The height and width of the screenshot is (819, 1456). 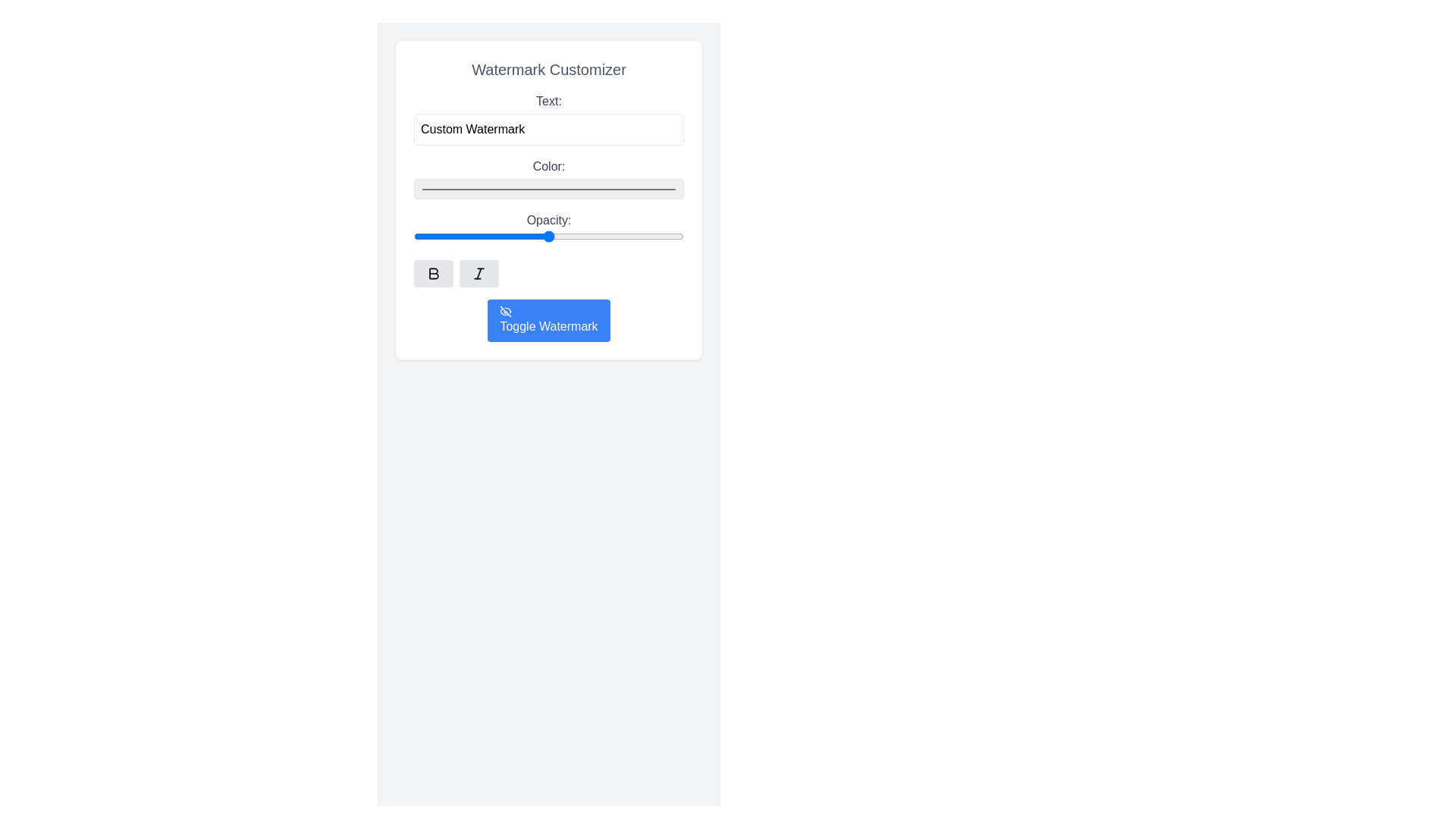 I want to click on and drop into the horizontal rectangular color input field located in the 'Color:' section, which is styled with a border and displays a solid gray color (#808080), so click(x=548, y=188).